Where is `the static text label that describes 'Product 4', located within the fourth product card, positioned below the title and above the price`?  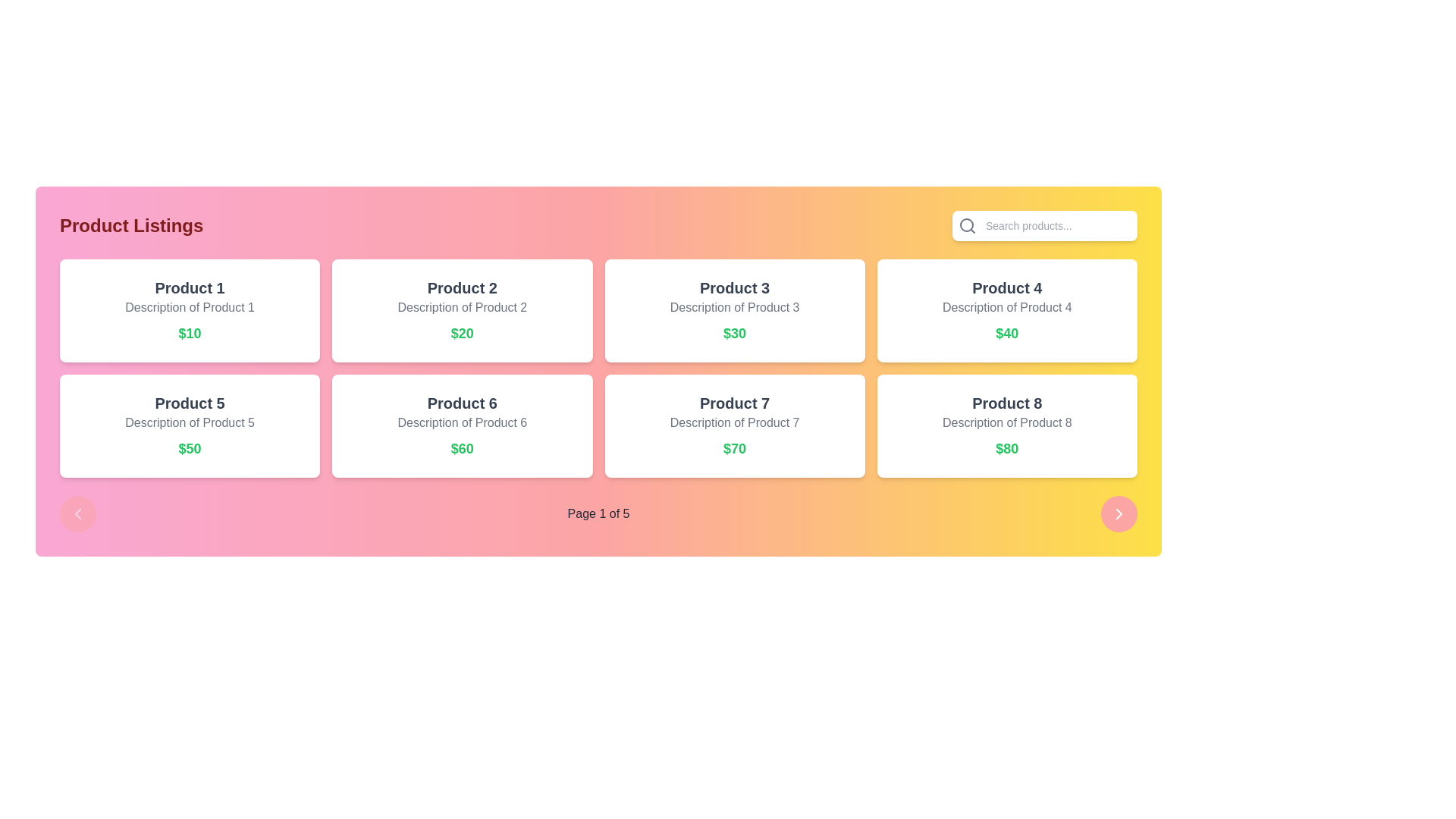
the static text label that describes 'Product 4', located within the fourth product card, positioned below the title and above the price is located at coordinates (1007, 307).